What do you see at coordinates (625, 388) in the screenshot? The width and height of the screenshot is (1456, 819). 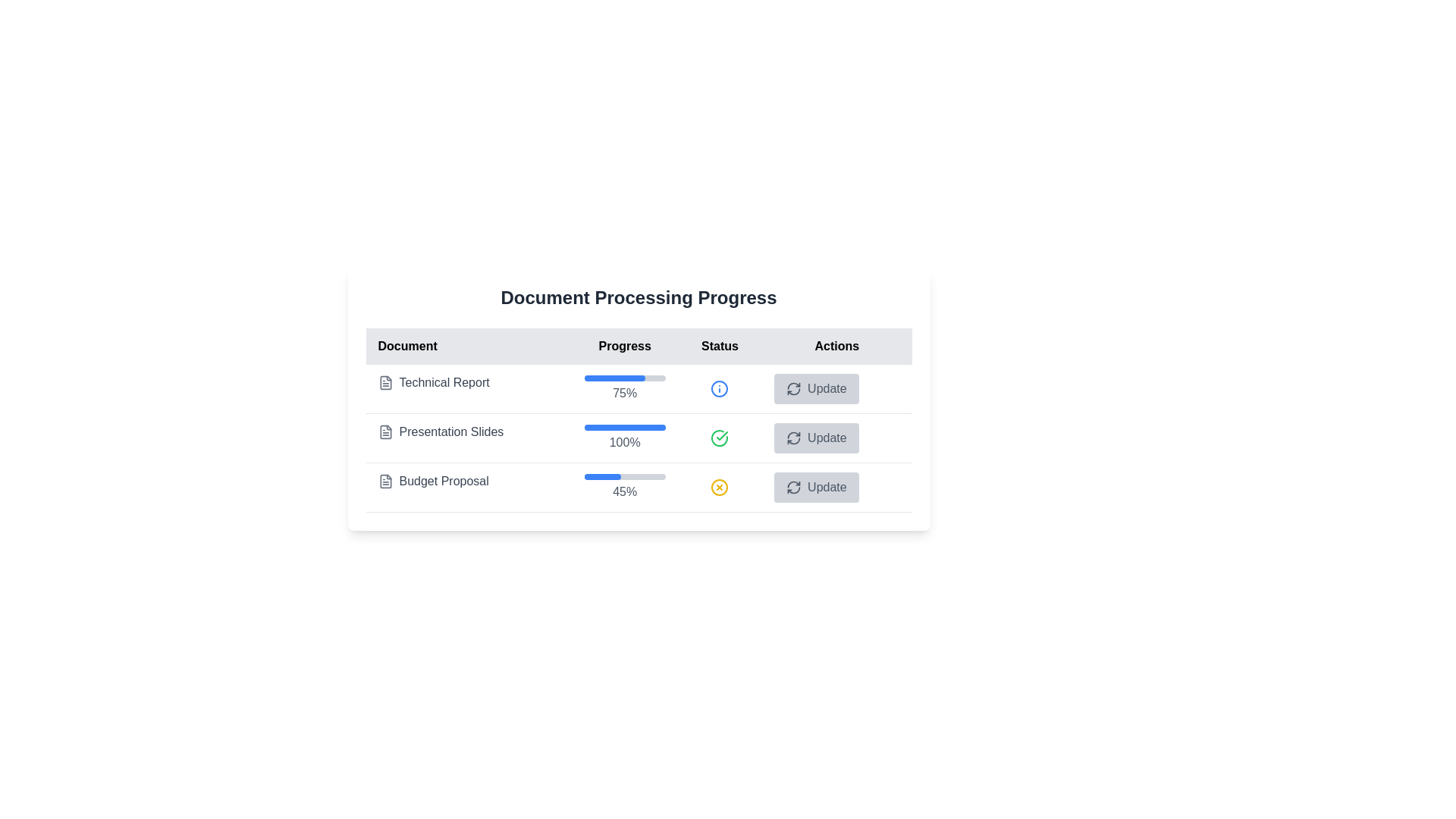 I see `the percentage label displaying '75%' in gray color, located below the progress bar in the 'Technical Report' row under the 'Progress' header` at bounding box center [625, 388].